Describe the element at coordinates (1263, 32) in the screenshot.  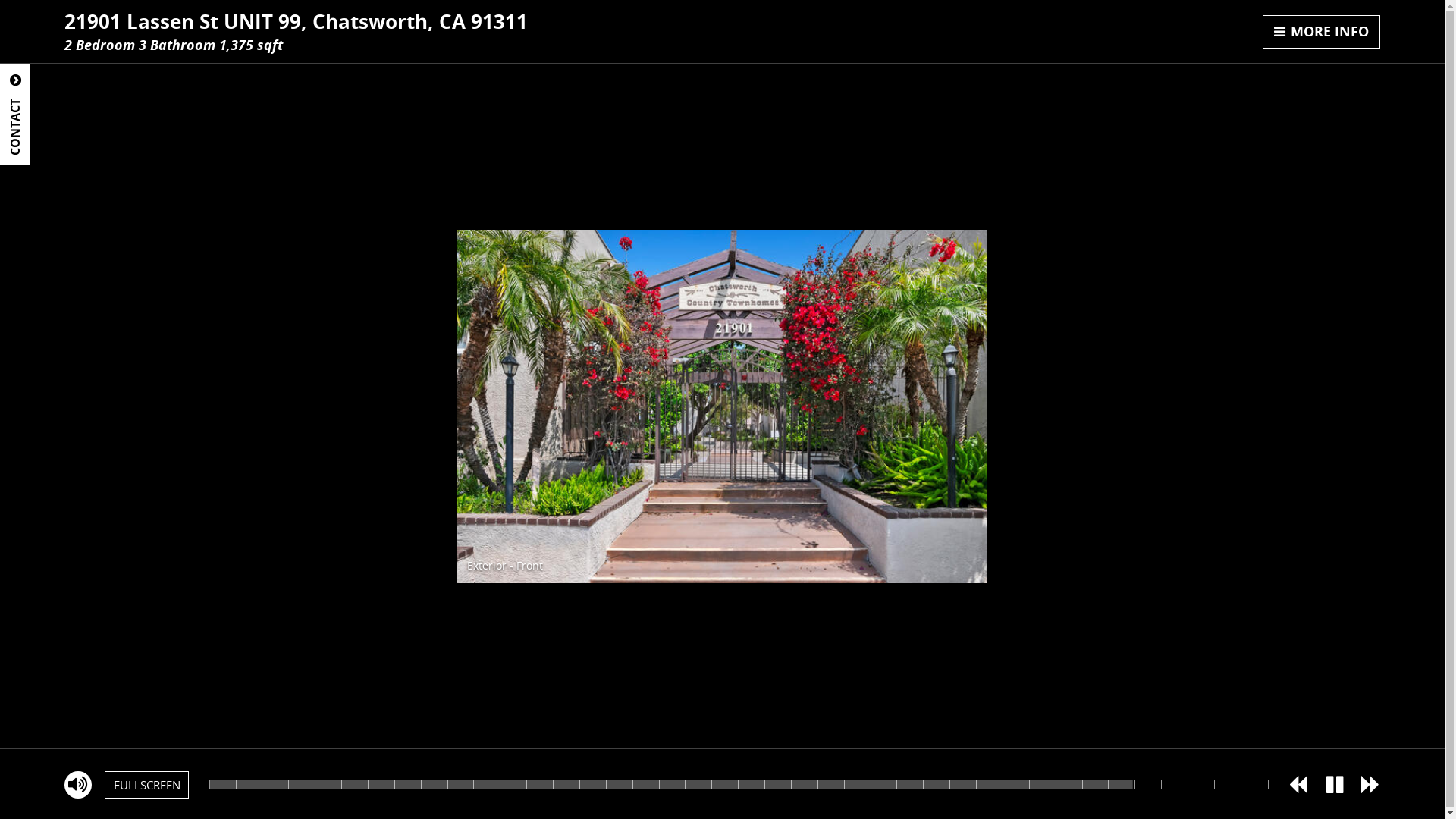
I see `'MORE INFO'` at that location.